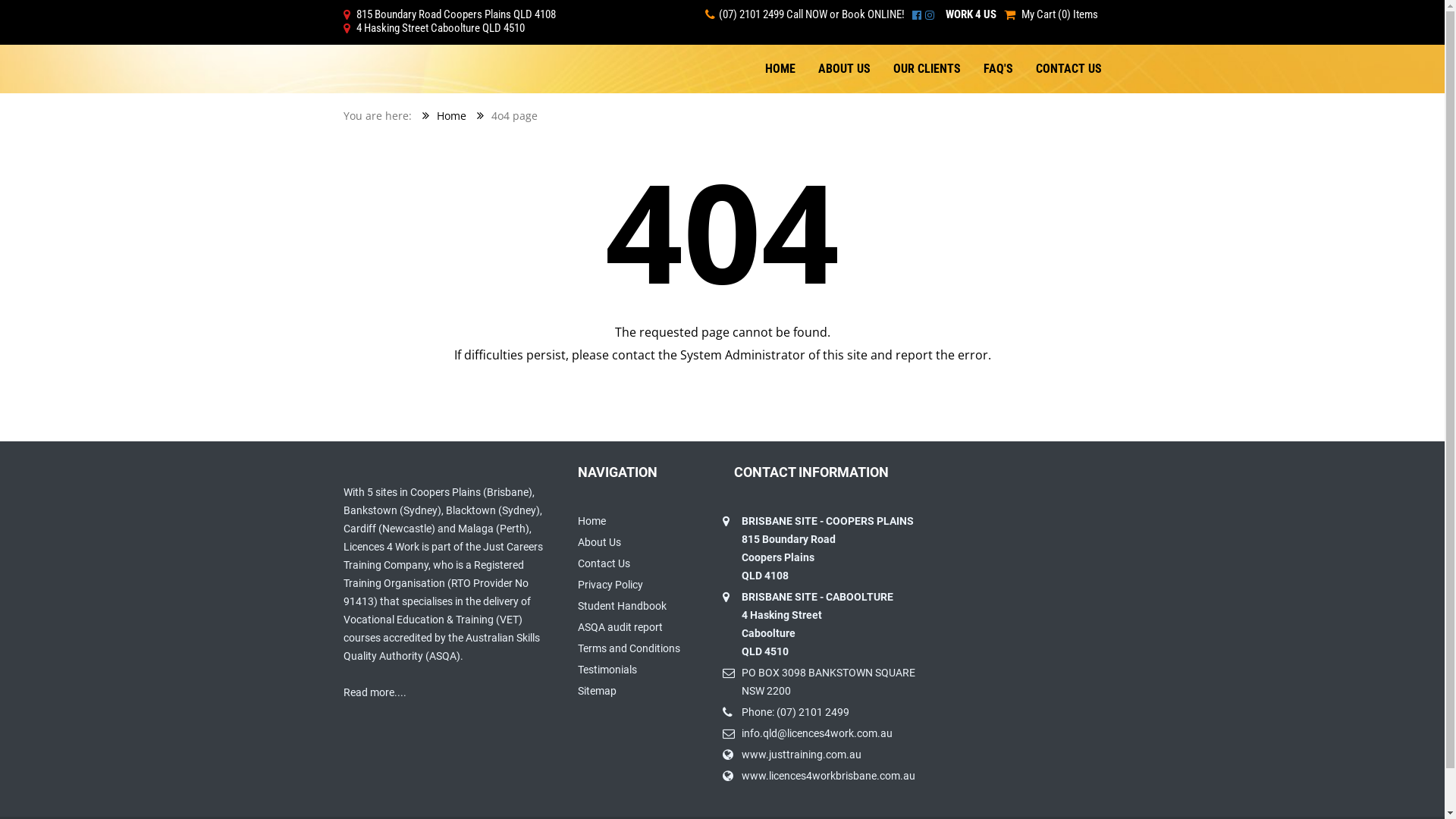 The image size is (1456, 819). Describe the element at coordinates (620, 626) in the screenshot. I see `'ASQA audit report'` at that location.